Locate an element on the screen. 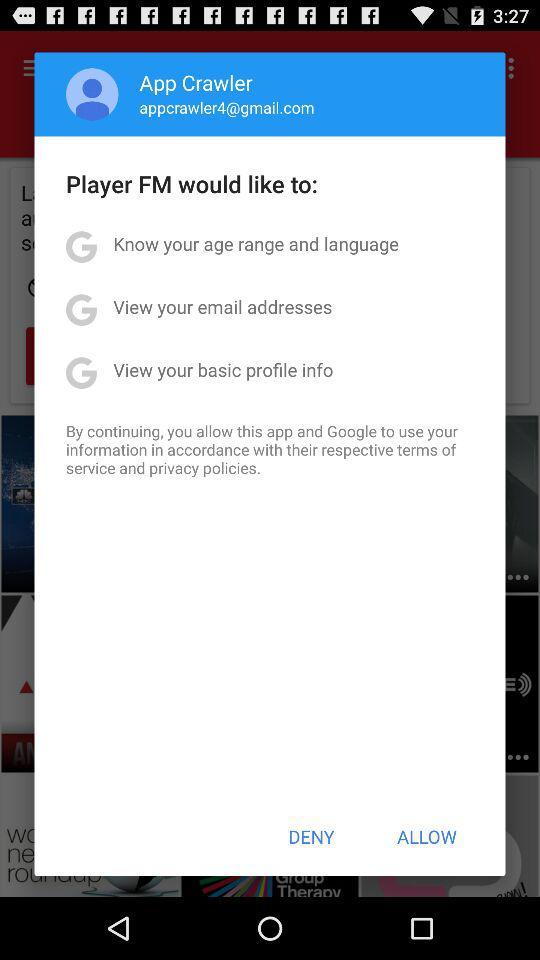  item above player fm would item is located at coordinates (91, 94).